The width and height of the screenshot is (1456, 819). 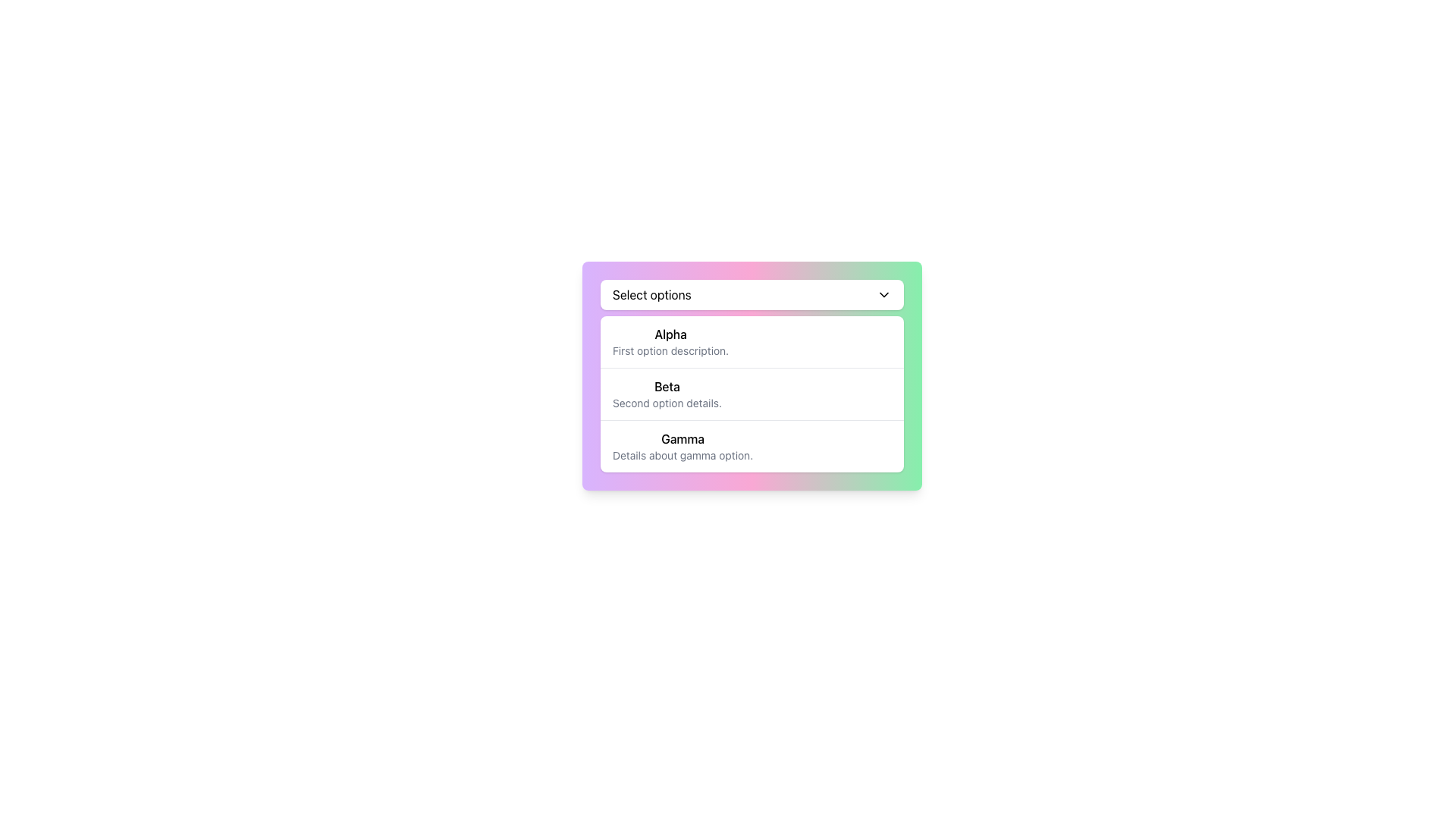 What do you see at coordinates (752, 393) in the screenshot?
I see `the second item in the selectable list, labeled 'Beta'` at bounding box center [752, 393].